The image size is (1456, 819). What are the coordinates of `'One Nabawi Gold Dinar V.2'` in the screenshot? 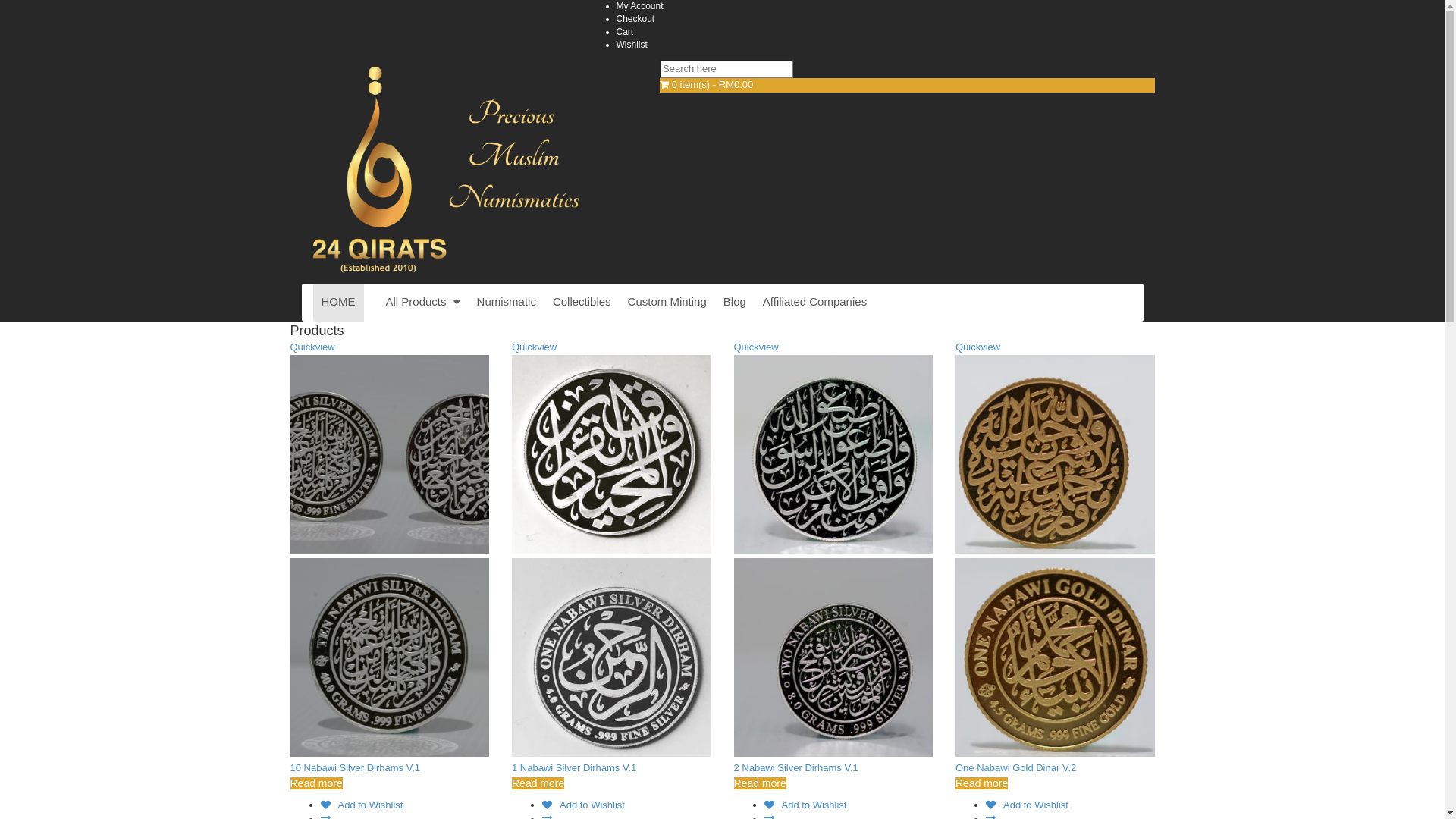 It's located at (1015, 767).